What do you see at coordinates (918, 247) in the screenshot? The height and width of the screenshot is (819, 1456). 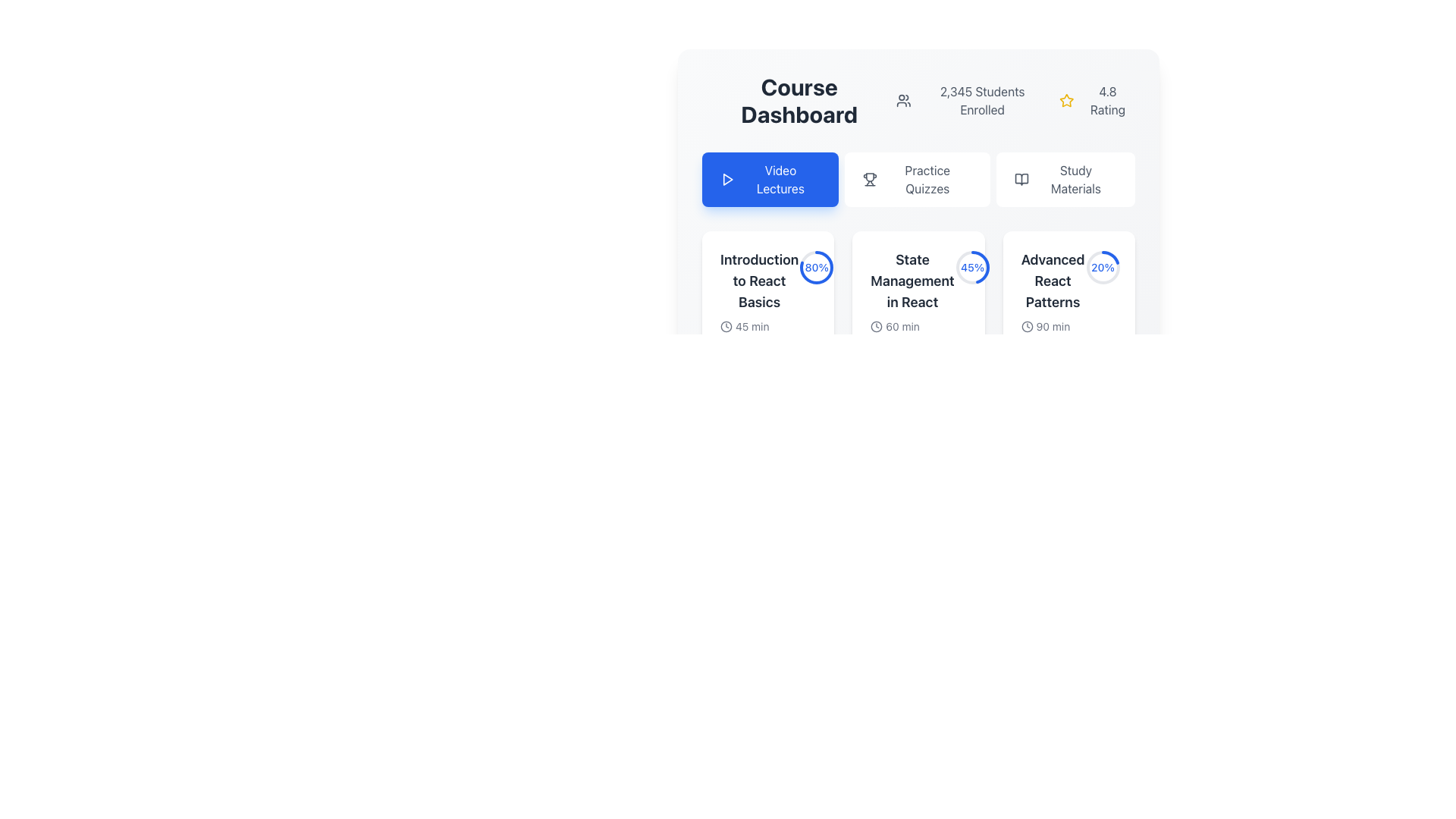 I see `the central card displaying 'State Management in React'` at bounding box center [918, 247].